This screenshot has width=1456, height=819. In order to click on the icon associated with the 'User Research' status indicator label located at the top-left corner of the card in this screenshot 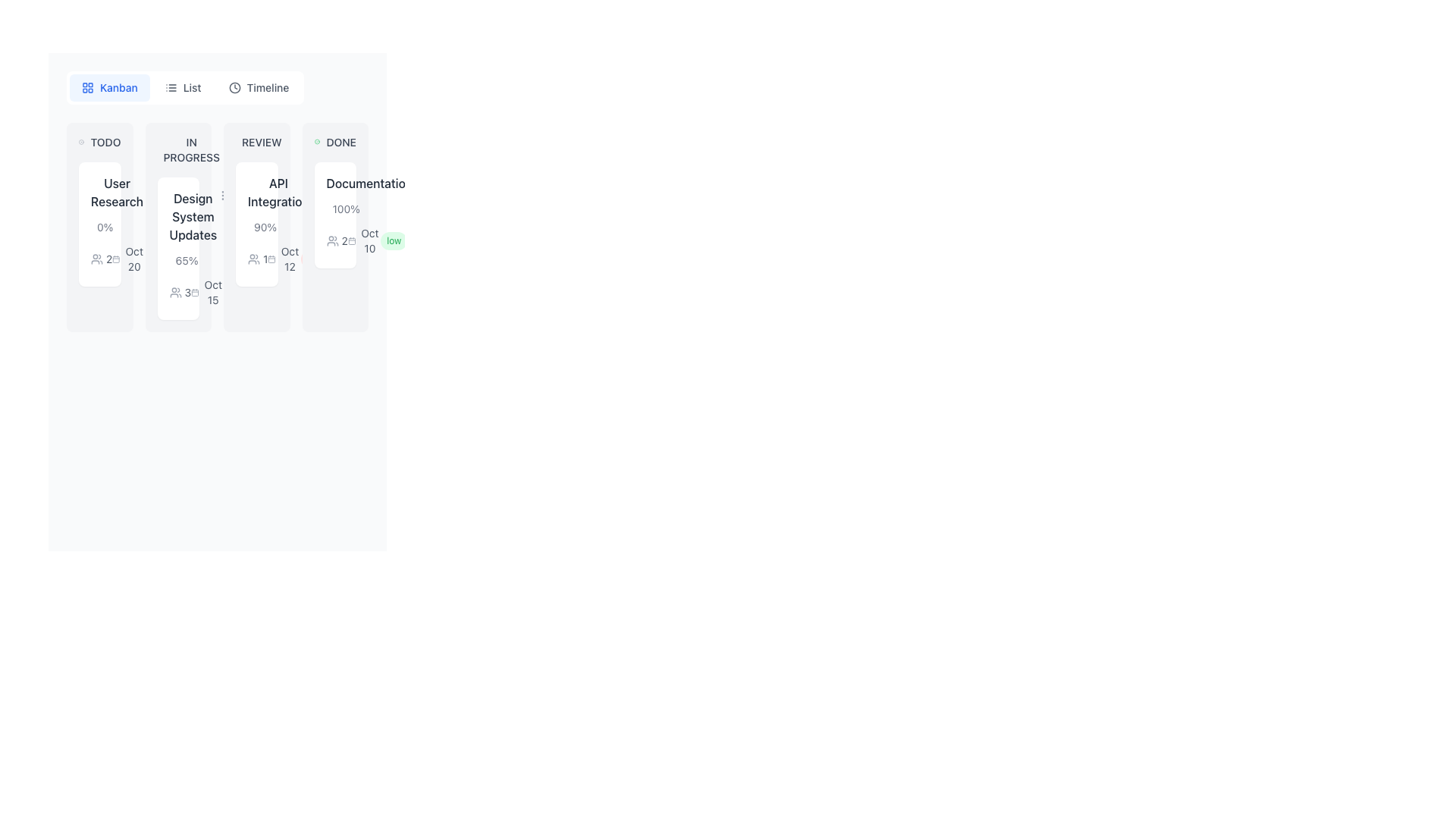, I will do `click(99, 143)`.